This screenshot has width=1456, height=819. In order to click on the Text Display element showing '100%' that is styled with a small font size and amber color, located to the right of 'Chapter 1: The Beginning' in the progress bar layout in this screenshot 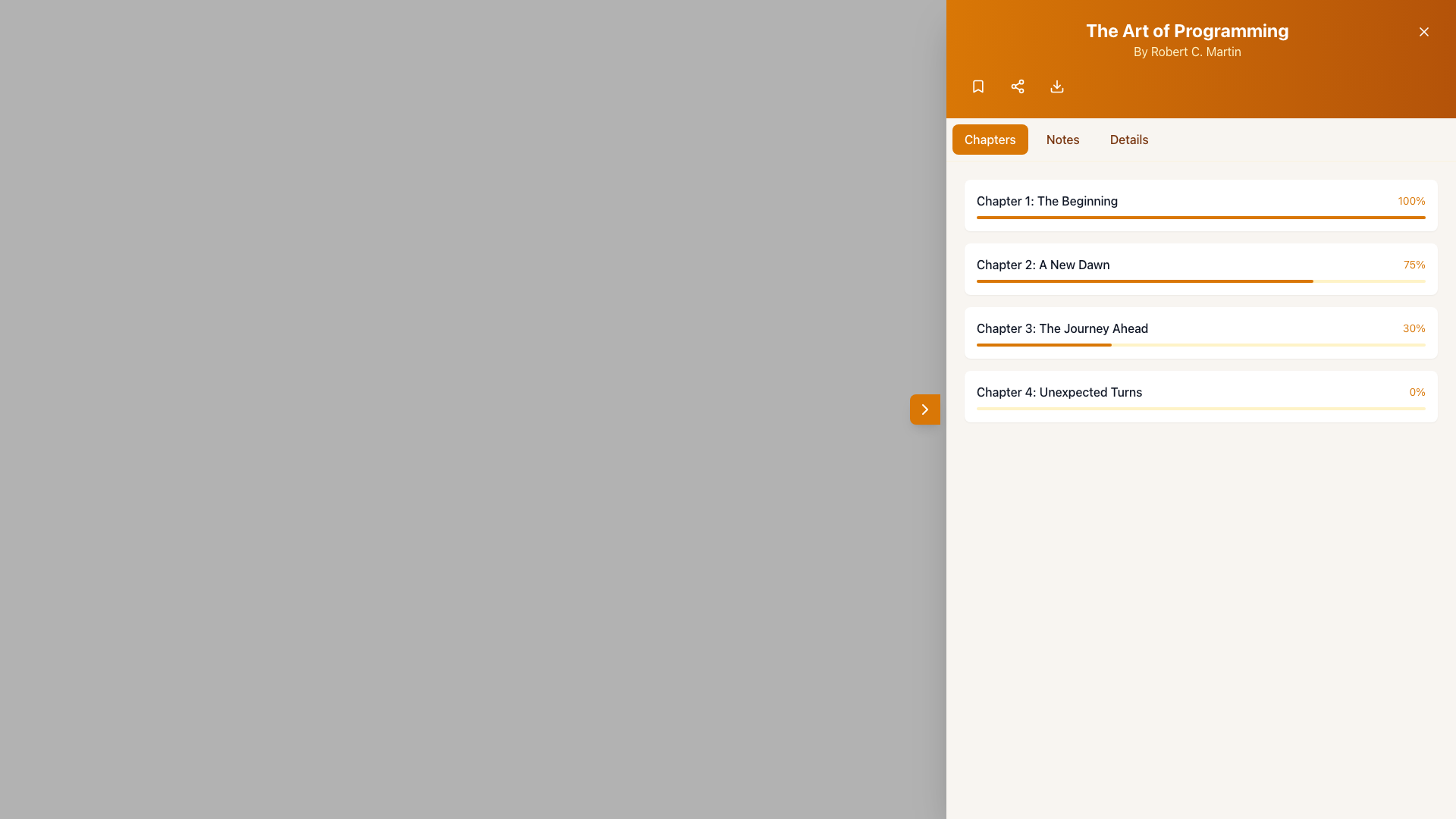, I will do `click(1410, 200)`.